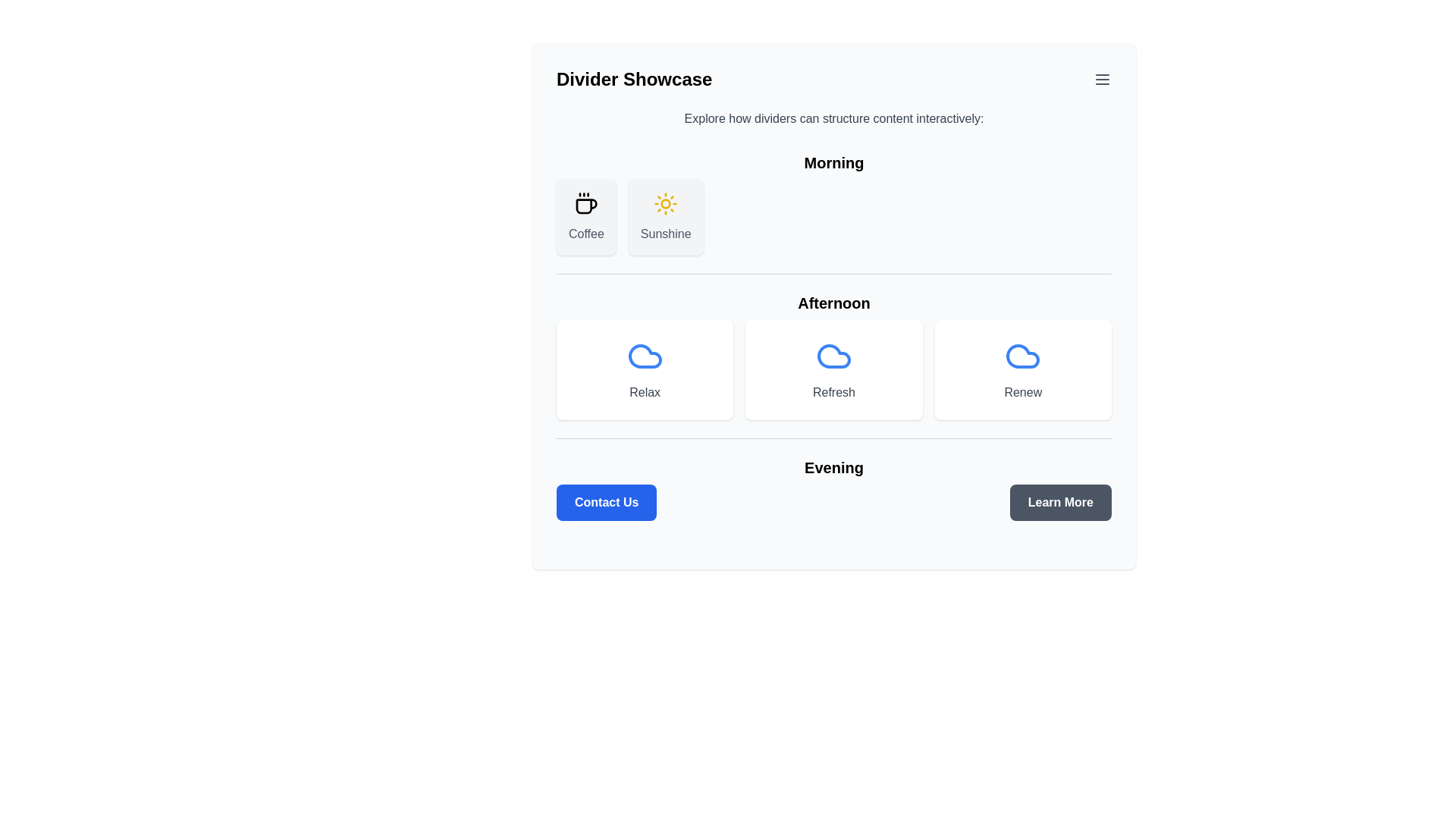 The width and height of the screenshot is (1456, 819). Describe the element at coordinates (645, 356) in the screenshot. I see `the 'Relax' icon located in the 'Afternoon' section, which is the leftmost icon among 'Relax', 'Refresh', and 'Renew'` at that location.